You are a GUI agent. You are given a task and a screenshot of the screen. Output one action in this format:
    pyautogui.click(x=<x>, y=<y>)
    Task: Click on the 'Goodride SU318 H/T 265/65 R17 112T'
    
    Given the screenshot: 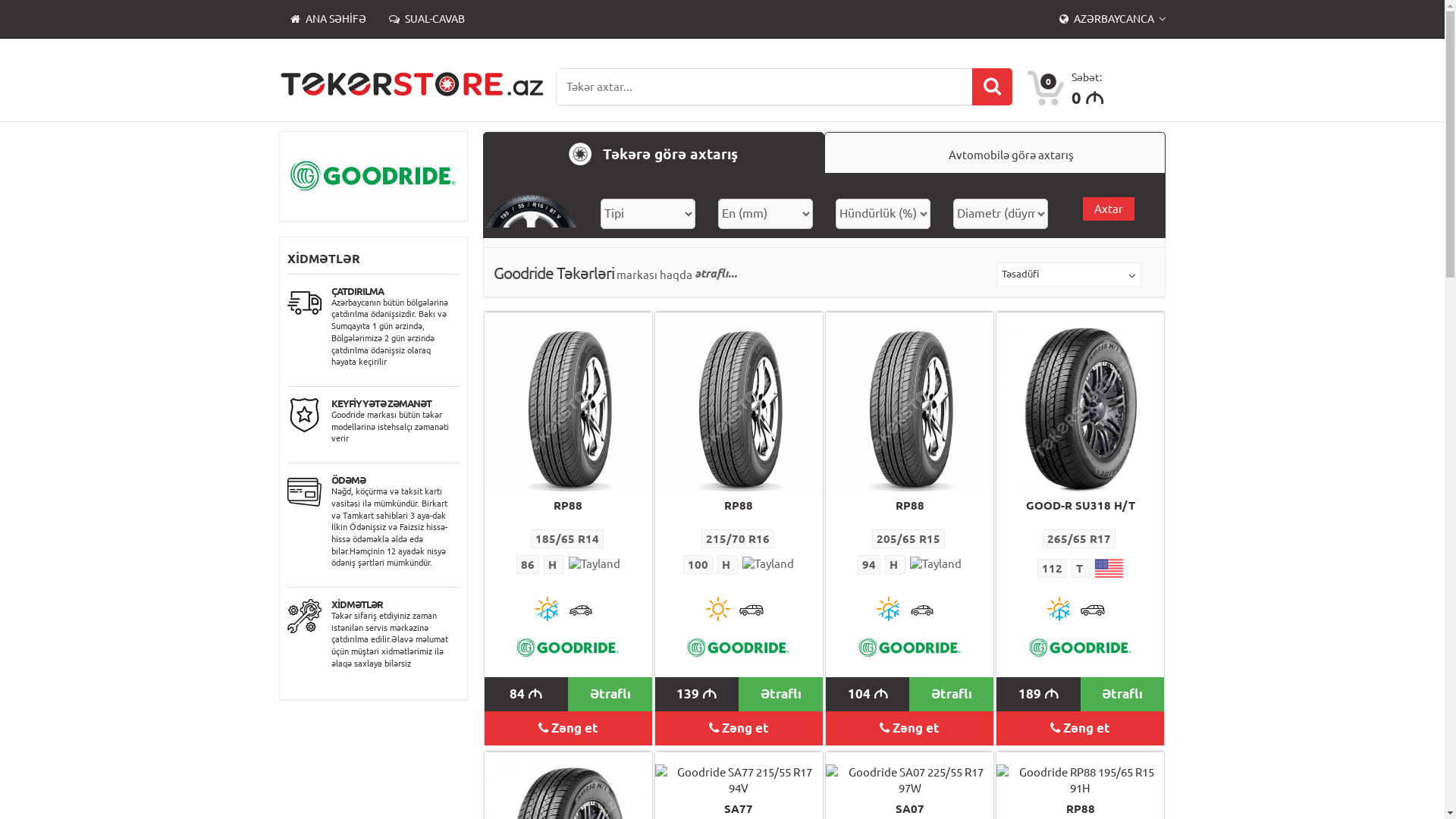 What is the action you would take?
    pyautogui.click(x=996, y=401)
    